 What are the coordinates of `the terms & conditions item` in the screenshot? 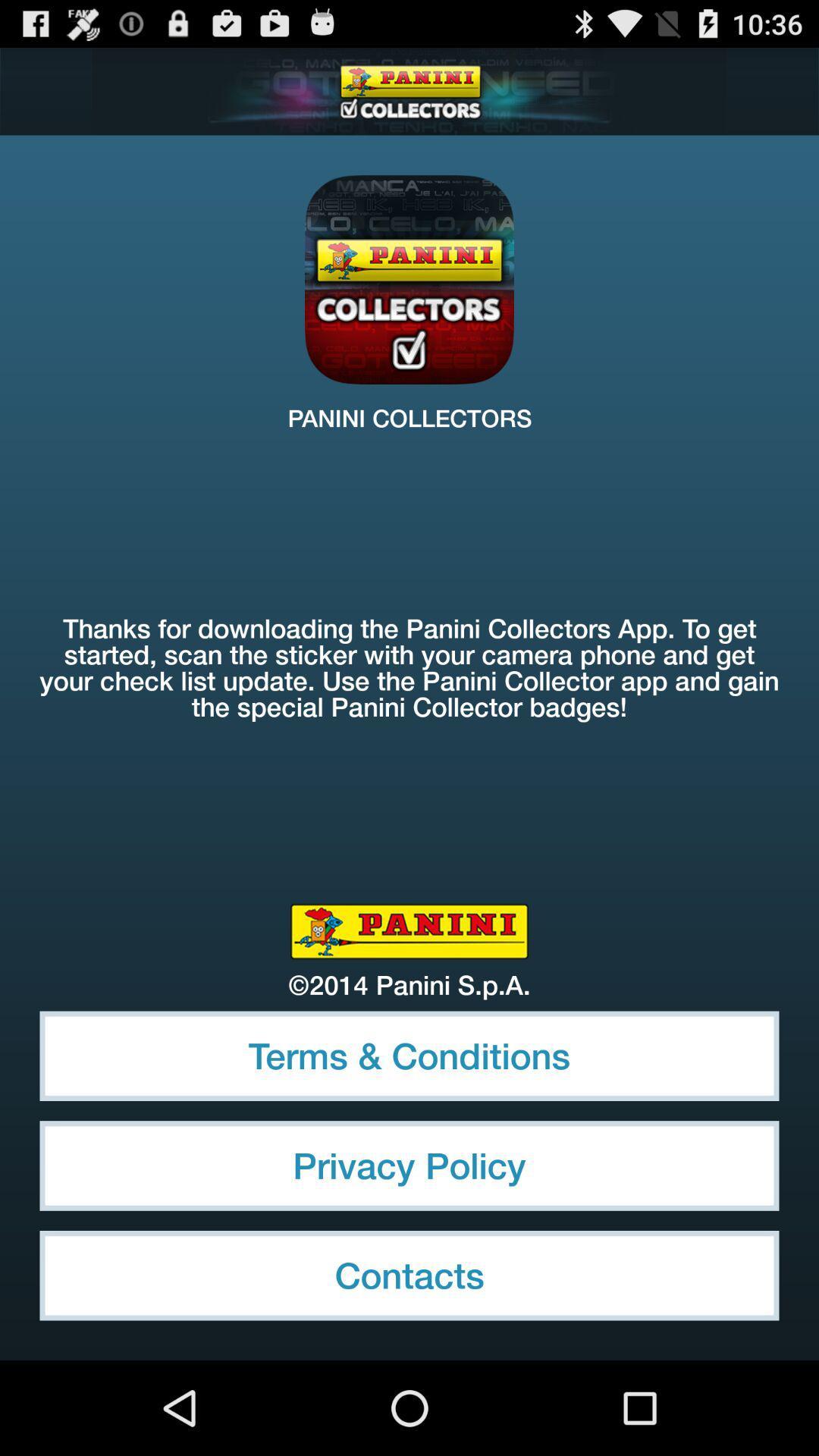 It's located at (409, 1055).